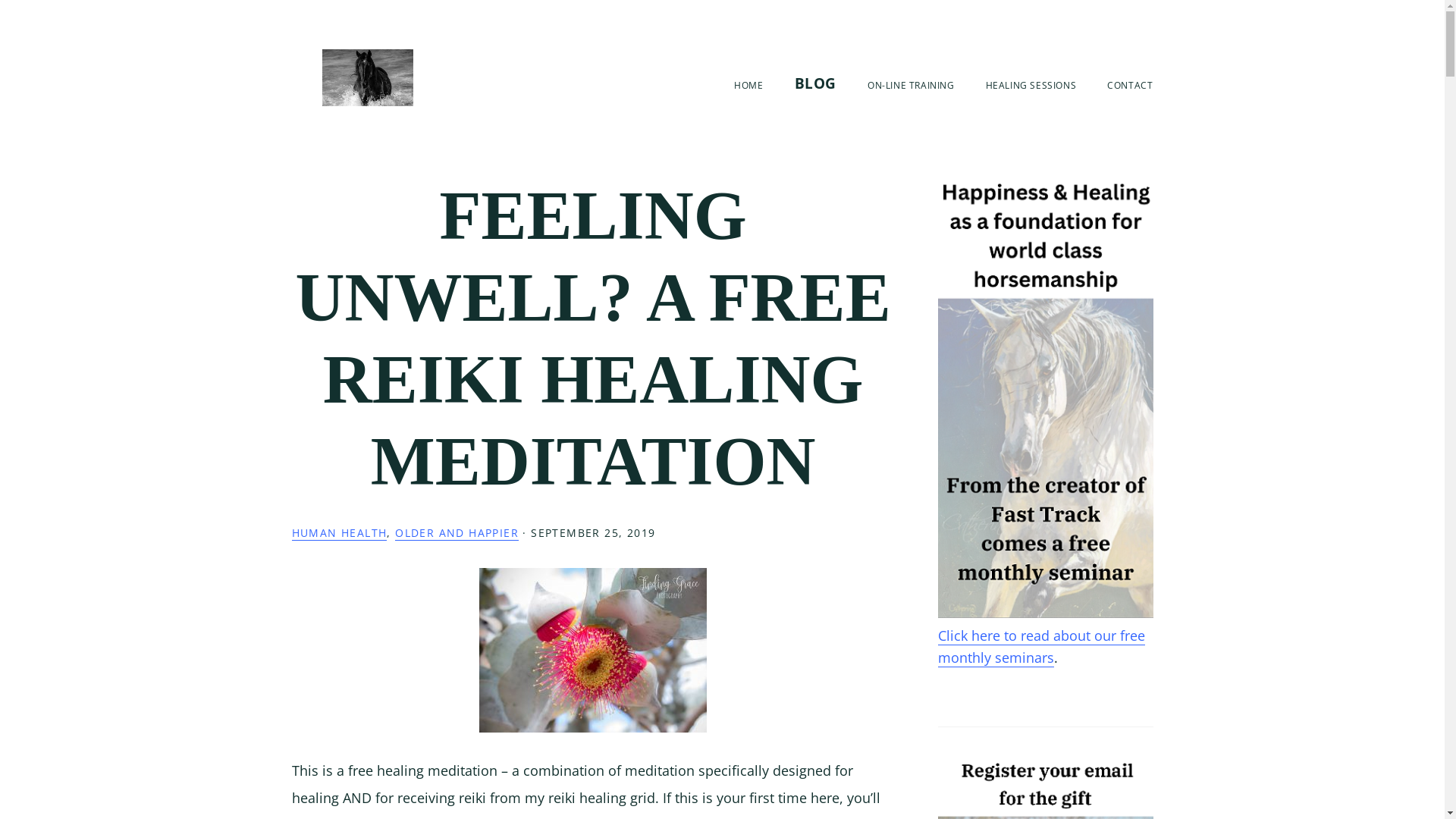  I want to click on 'Click here to read about our free monthly seminars', so click(1040, 646).